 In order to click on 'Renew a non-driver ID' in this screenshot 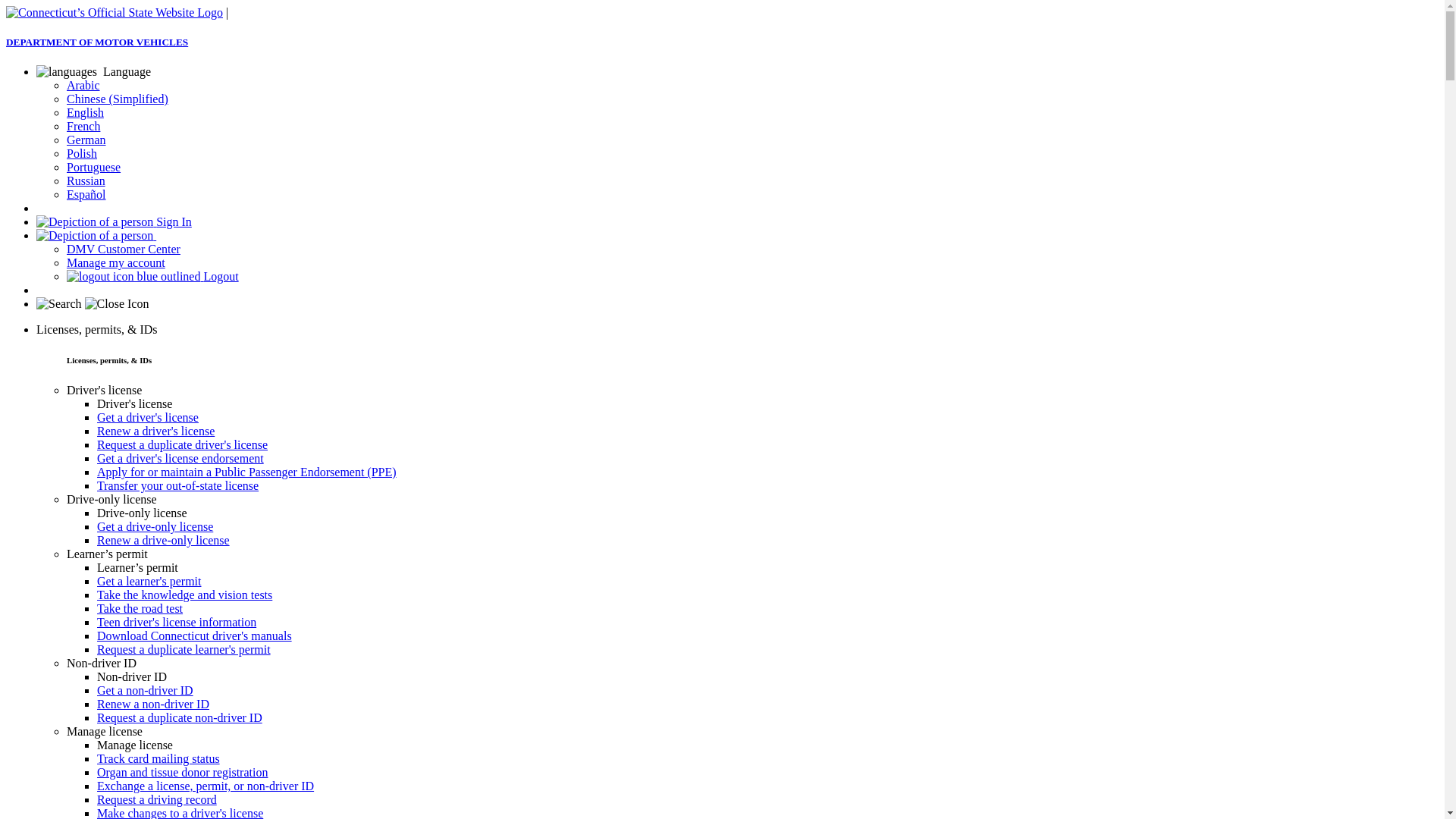, I will do `click(152, 704)`.